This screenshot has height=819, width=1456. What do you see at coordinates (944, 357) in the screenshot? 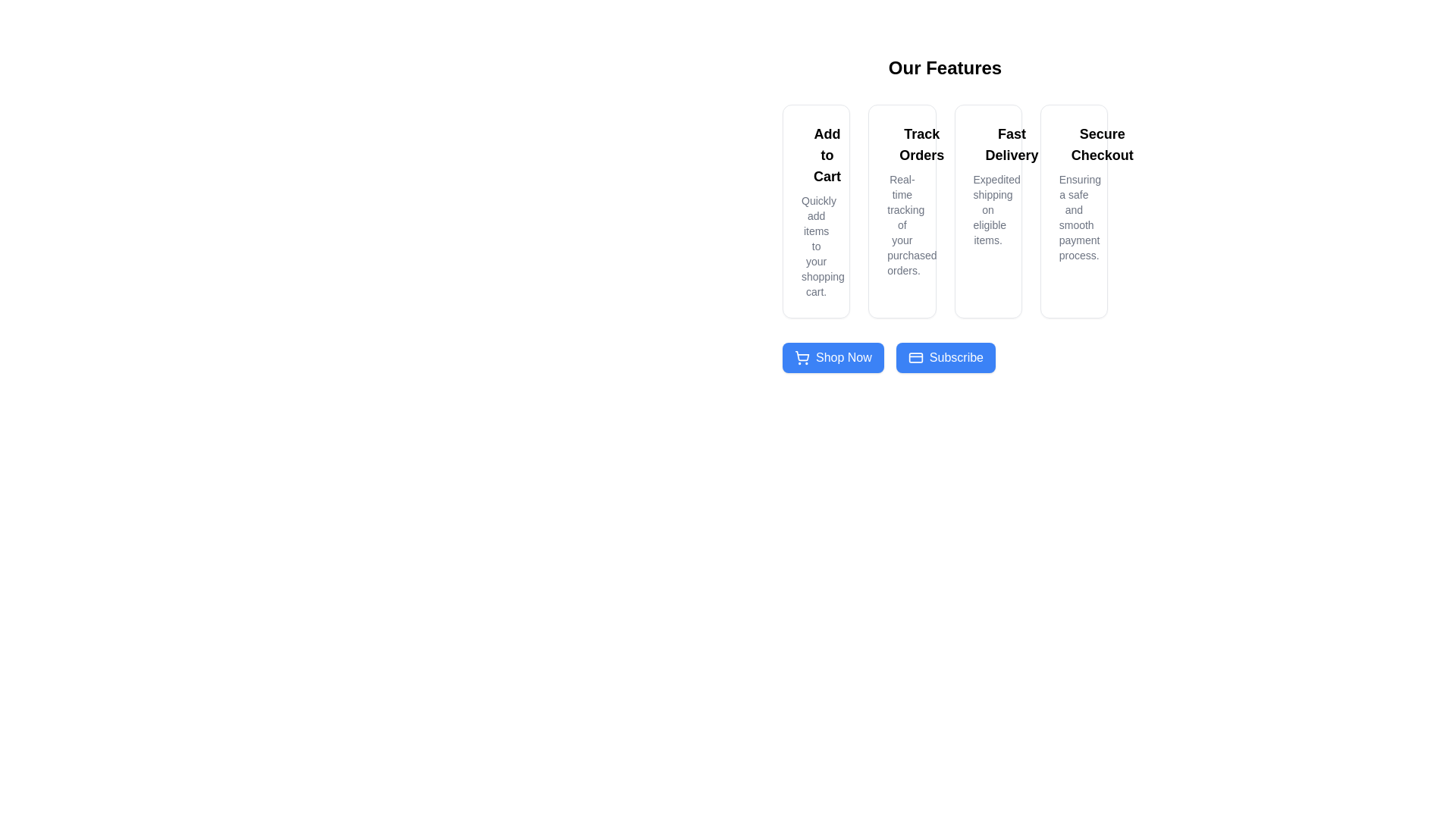
I see `the 'Shop Now' button` at bounding box center [944, 357].